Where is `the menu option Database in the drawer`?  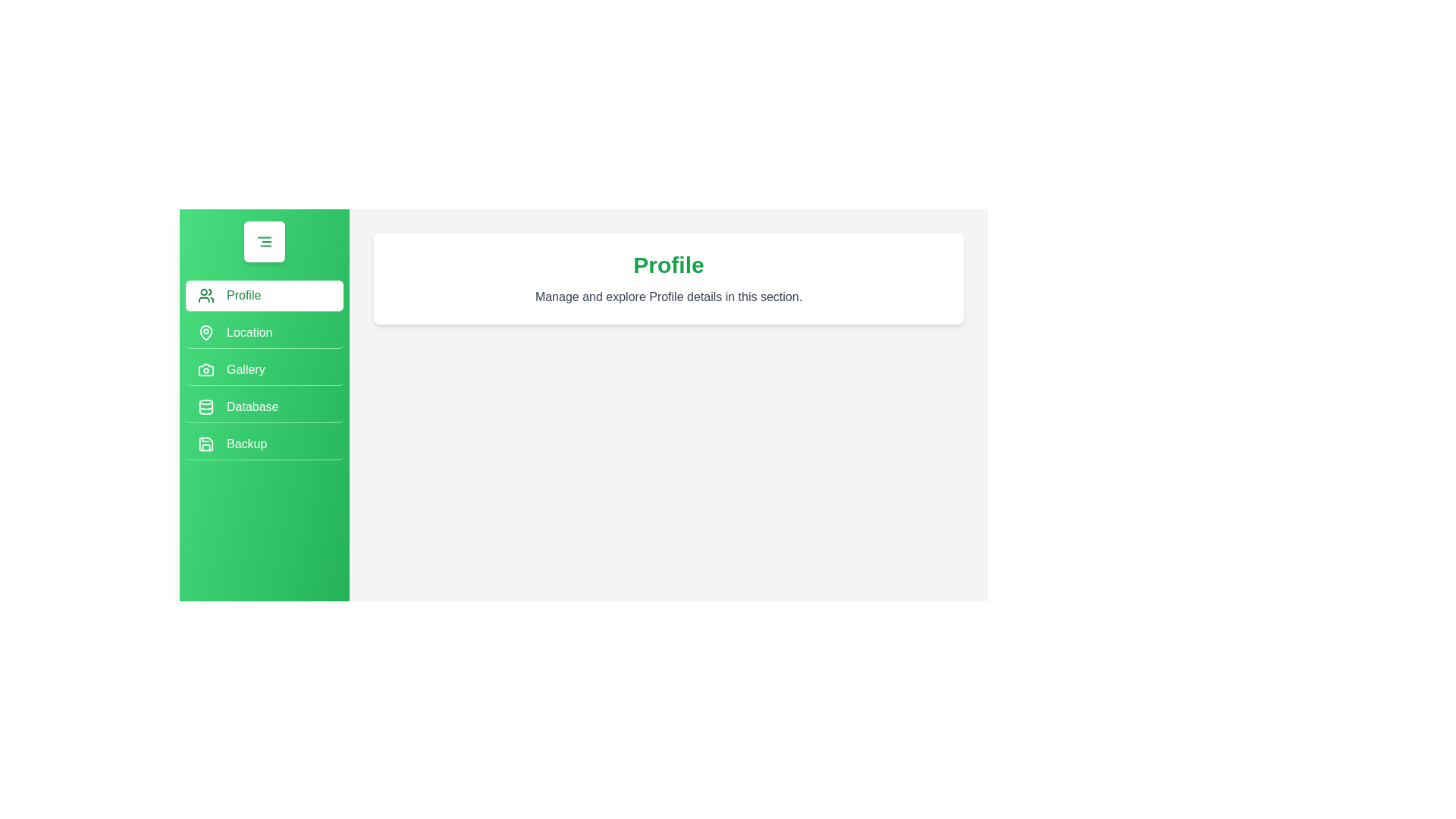
the menu option Database in the drawer is located at coordinates (265, 406).